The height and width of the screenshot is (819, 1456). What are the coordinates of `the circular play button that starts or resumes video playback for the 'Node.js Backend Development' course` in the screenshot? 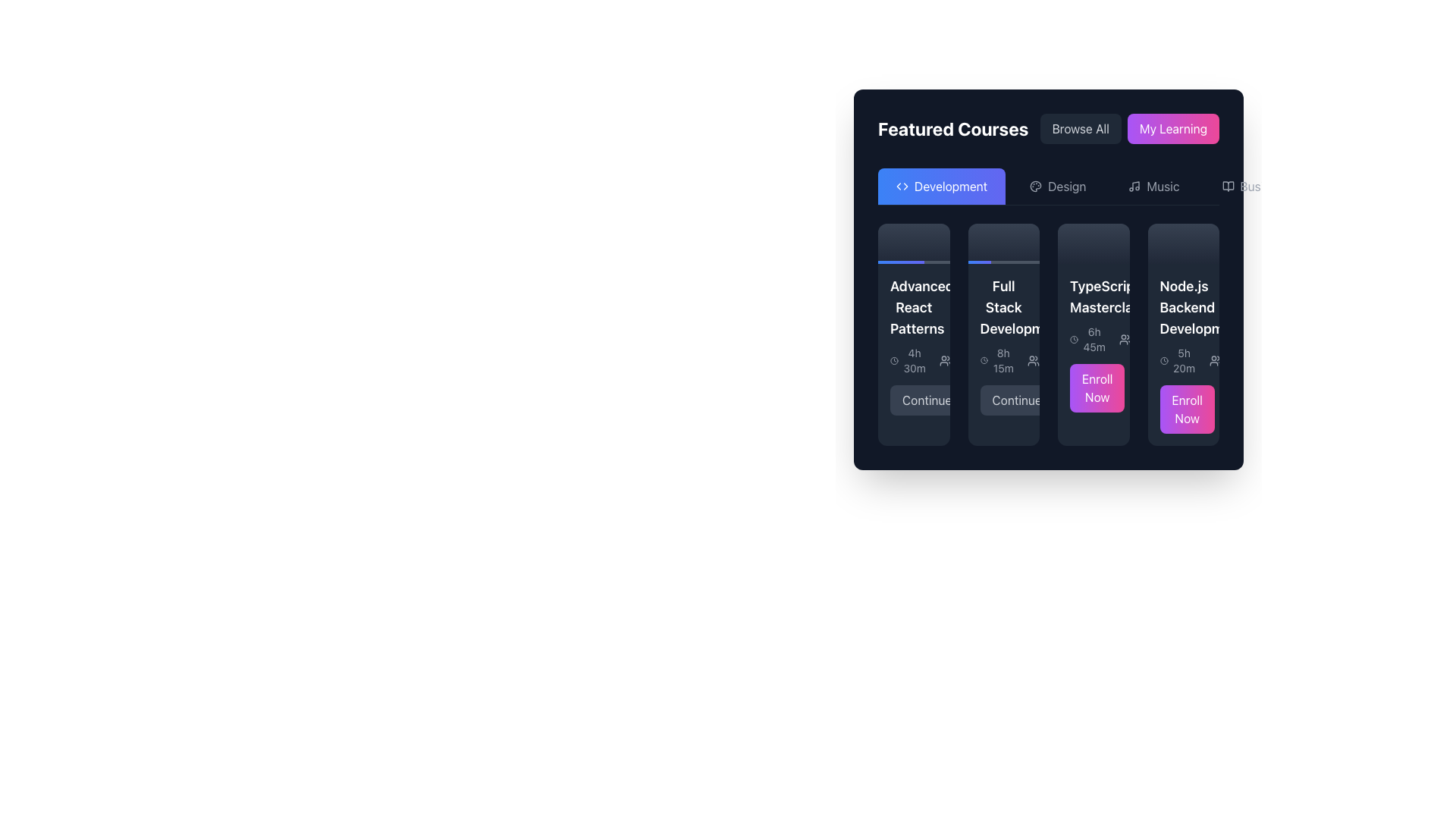 It's located at (1182, 243).